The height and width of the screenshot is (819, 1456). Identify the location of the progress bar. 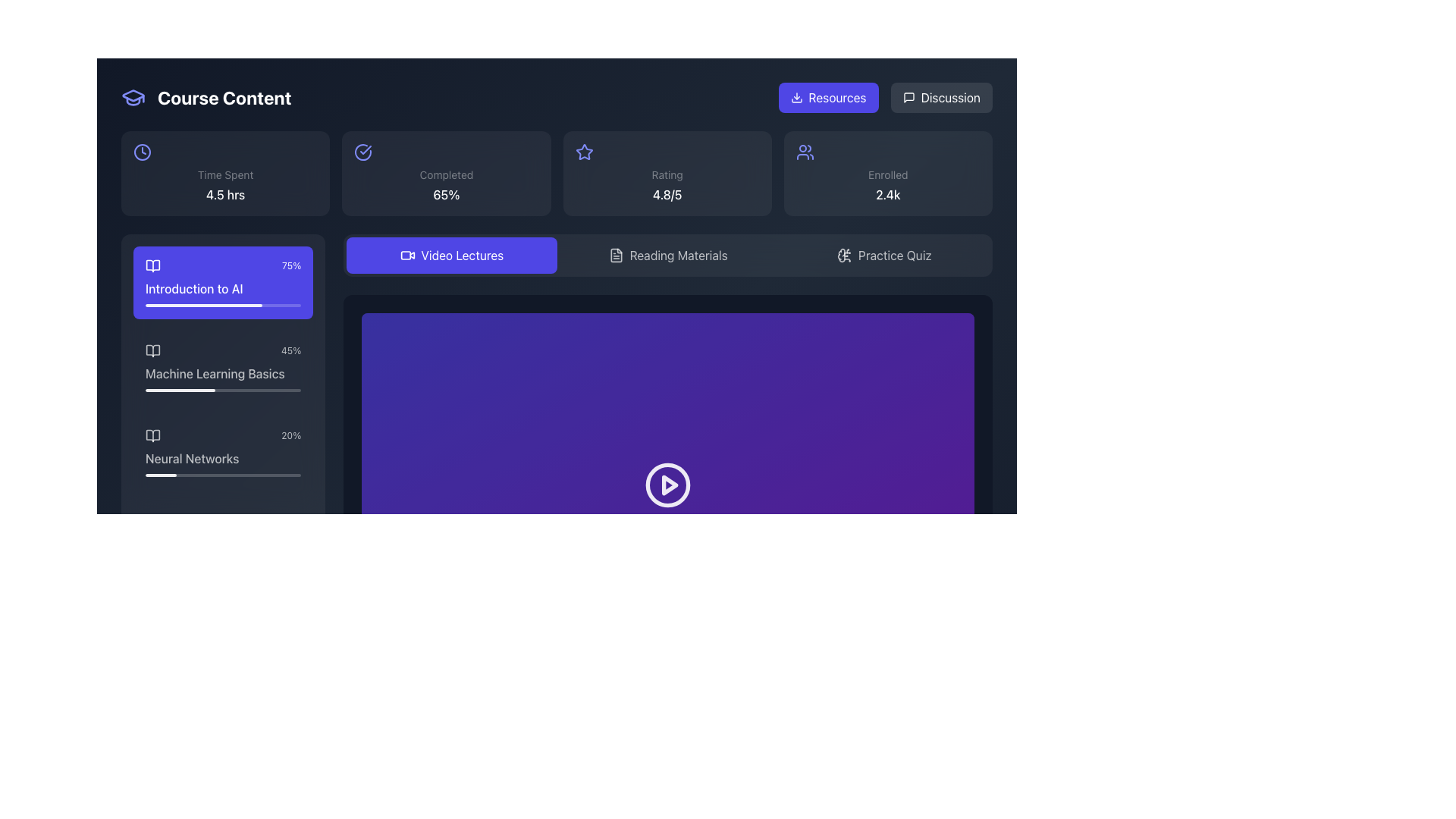
(251, 305).